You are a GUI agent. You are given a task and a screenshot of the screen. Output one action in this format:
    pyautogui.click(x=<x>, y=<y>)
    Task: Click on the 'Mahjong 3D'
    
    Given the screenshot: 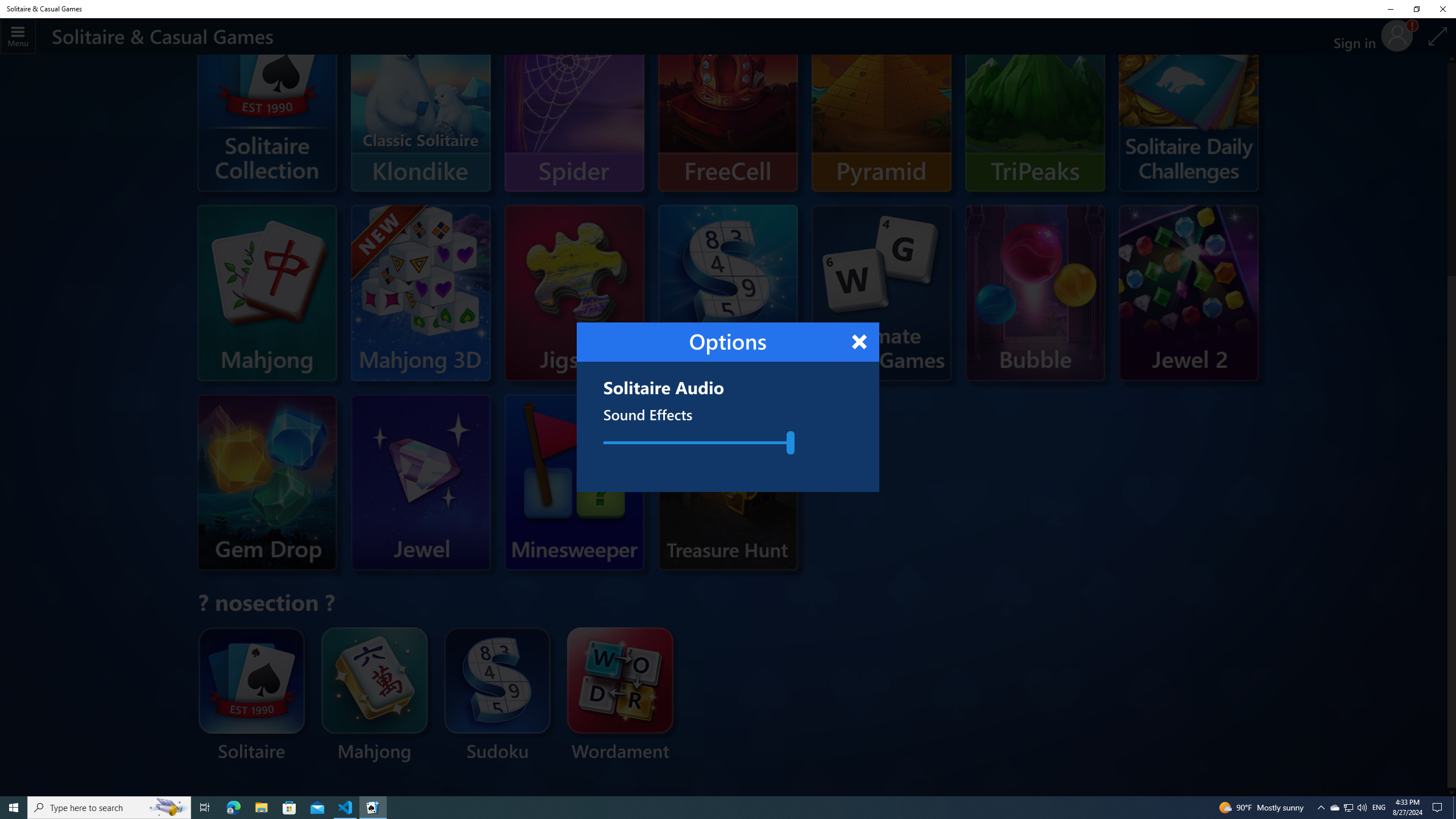 What is the action you would take?
    pyautogui.click(x=420, y=292)
    